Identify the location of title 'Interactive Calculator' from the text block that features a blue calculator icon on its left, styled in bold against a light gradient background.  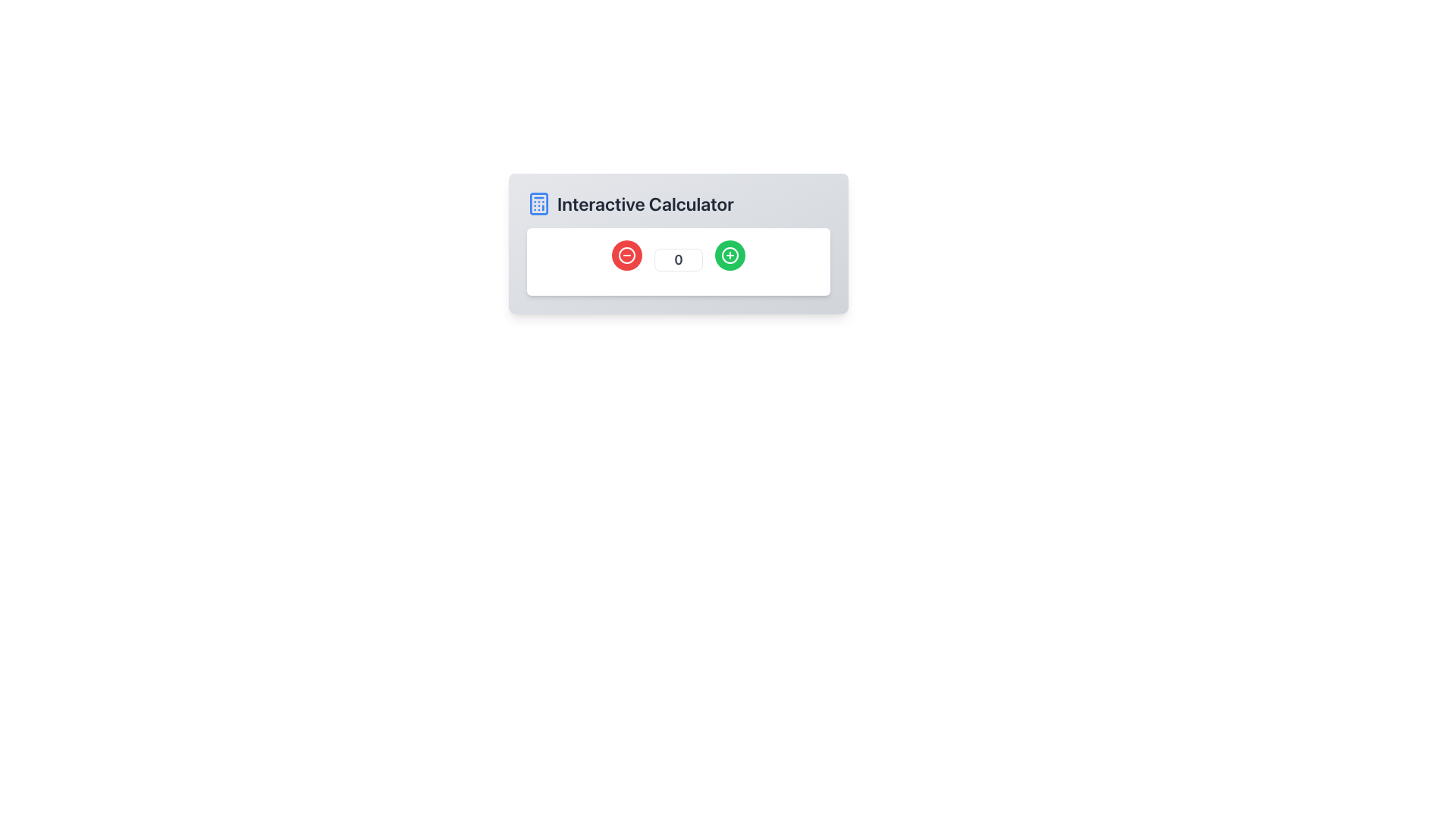
(677, 203).